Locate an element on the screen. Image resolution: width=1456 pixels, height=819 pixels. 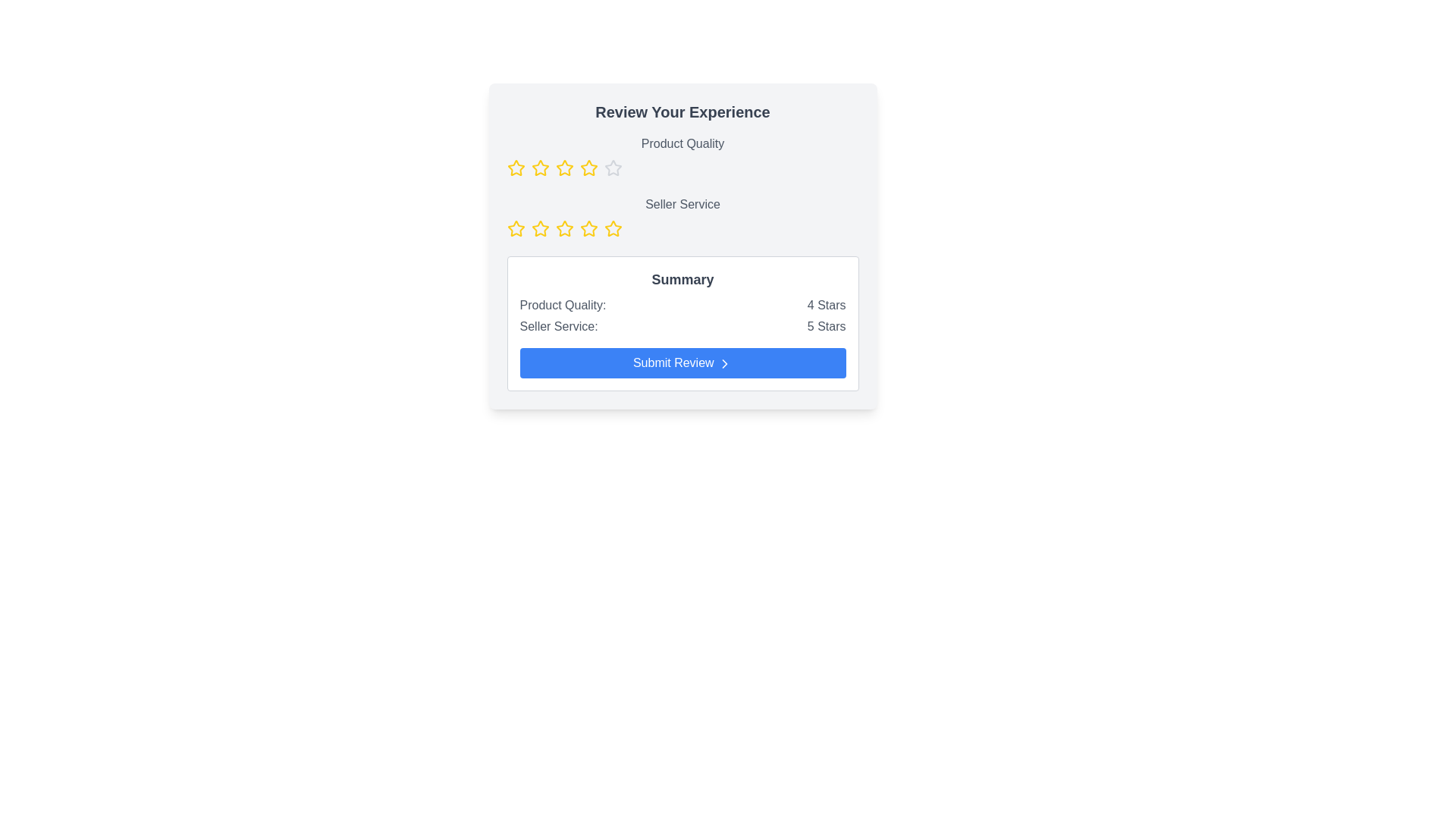
the fourth yellow star icon in the second row of the rating system under the 'Seller Service' label is located at coordinates (563, 228).